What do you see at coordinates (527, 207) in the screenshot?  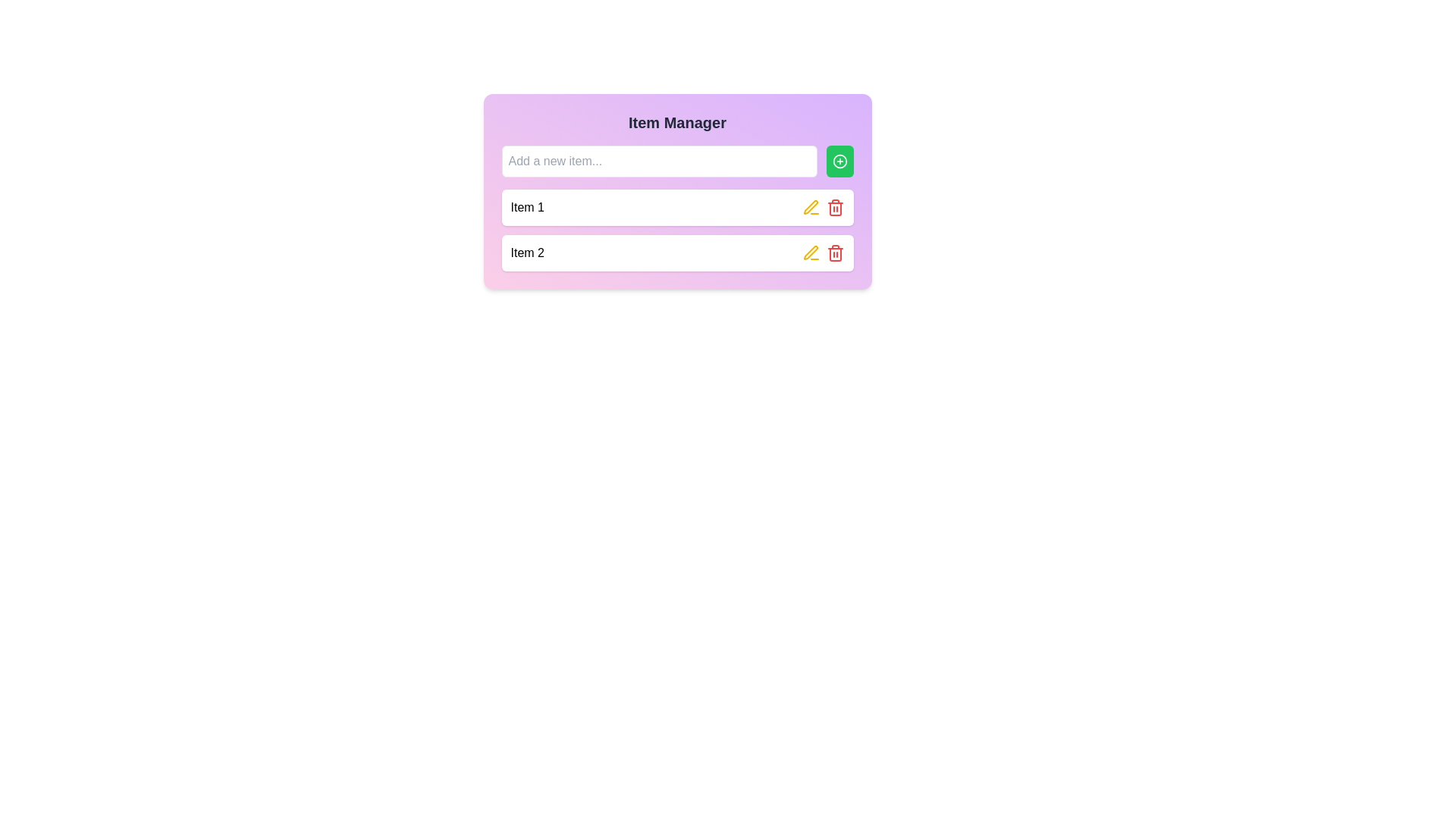 I see `the first text element in the first row under the 'Item Manager' title, which serves as a label for an item` at bounding box center [527, 207].